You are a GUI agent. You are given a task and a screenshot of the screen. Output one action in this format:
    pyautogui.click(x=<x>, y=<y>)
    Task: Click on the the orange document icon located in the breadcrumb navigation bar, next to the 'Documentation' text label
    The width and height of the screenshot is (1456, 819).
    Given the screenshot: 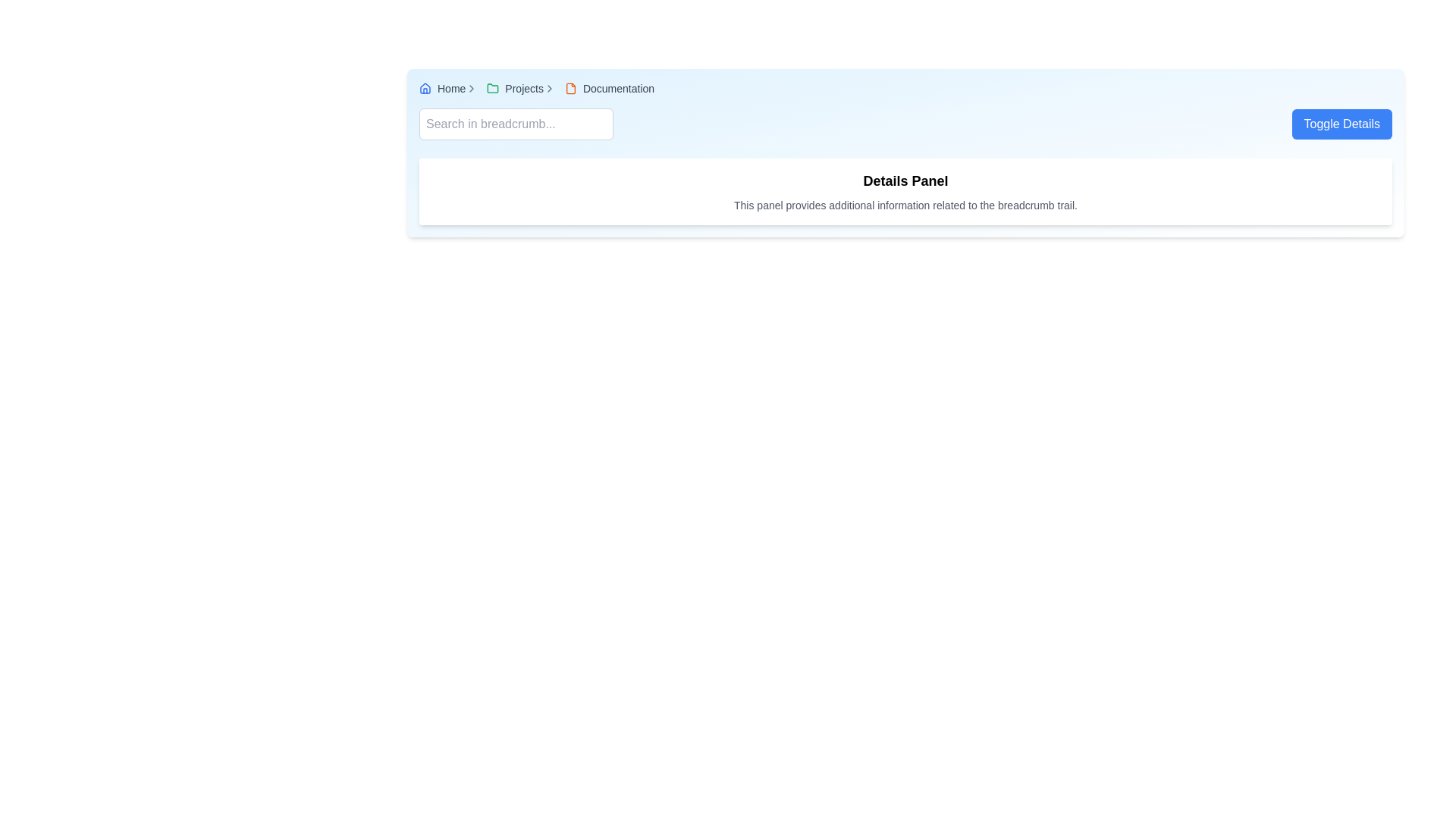 What is the action you would take?
    pyautogui.click(x=570, y=88)
    